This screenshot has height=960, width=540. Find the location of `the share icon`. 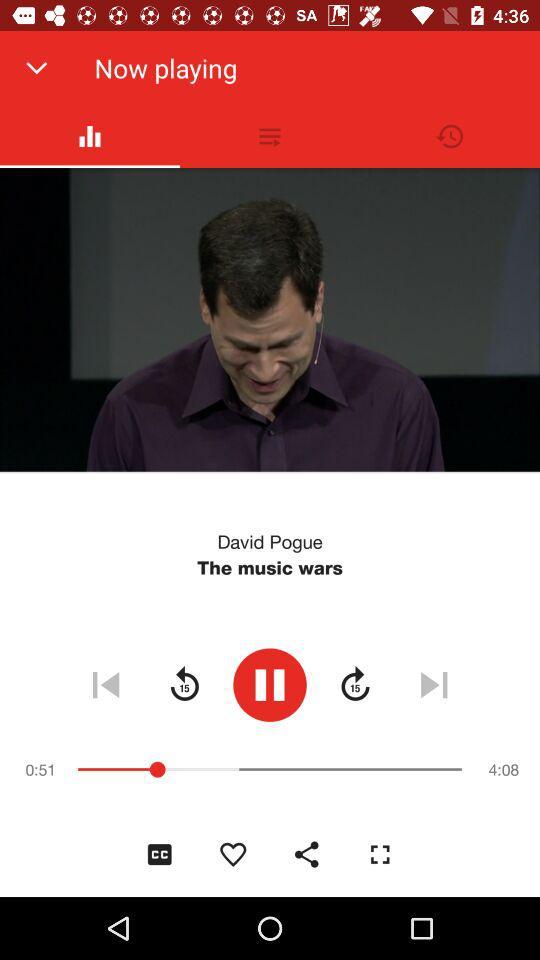

the share icon is located at coordinates (306, 853).